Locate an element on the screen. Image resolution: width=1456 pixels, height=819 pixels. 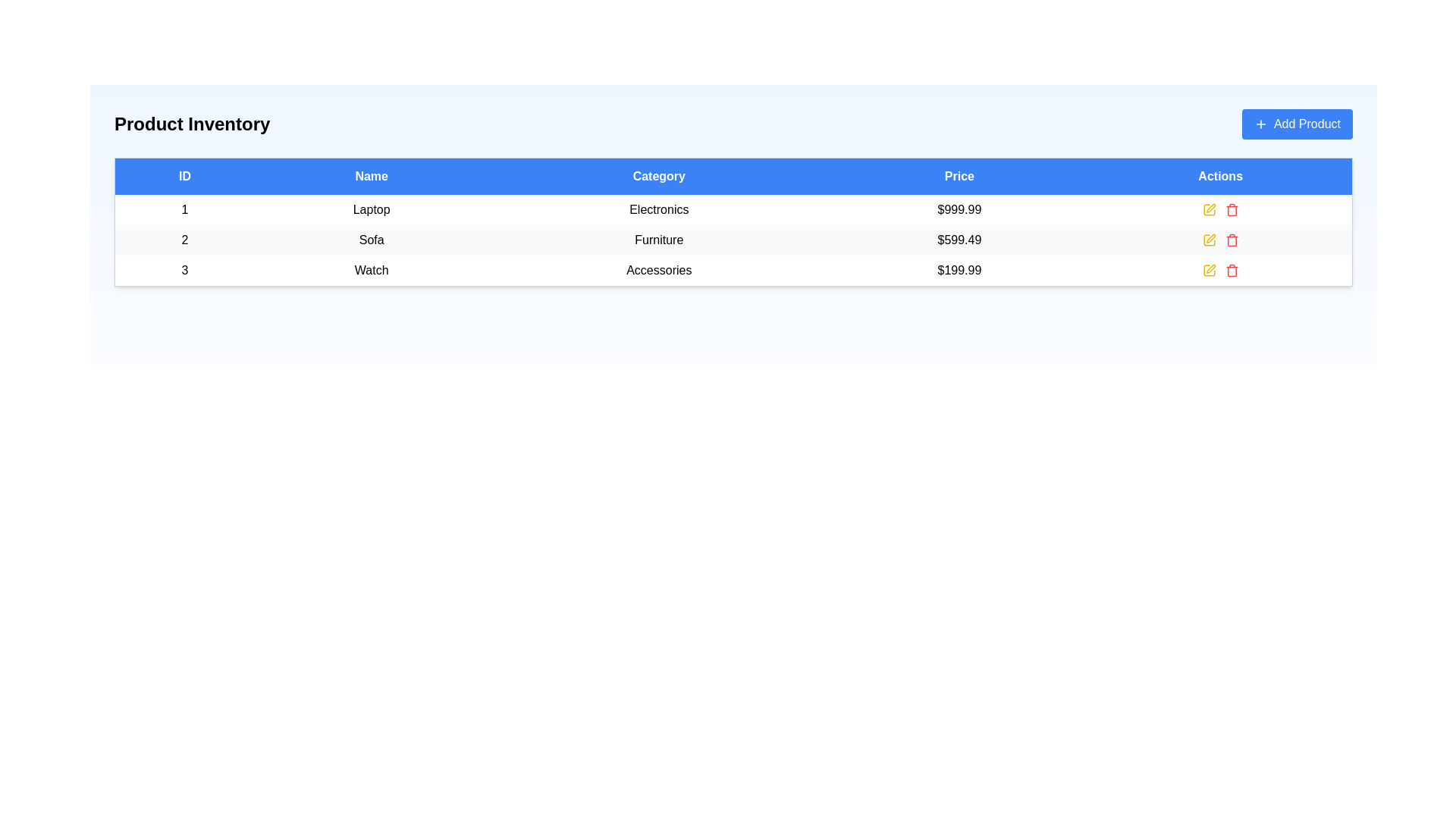
the price text displaying the cost of the item 'Sofa' in the second row of the product table for copy-pasting is located at coordinates (959, 239).